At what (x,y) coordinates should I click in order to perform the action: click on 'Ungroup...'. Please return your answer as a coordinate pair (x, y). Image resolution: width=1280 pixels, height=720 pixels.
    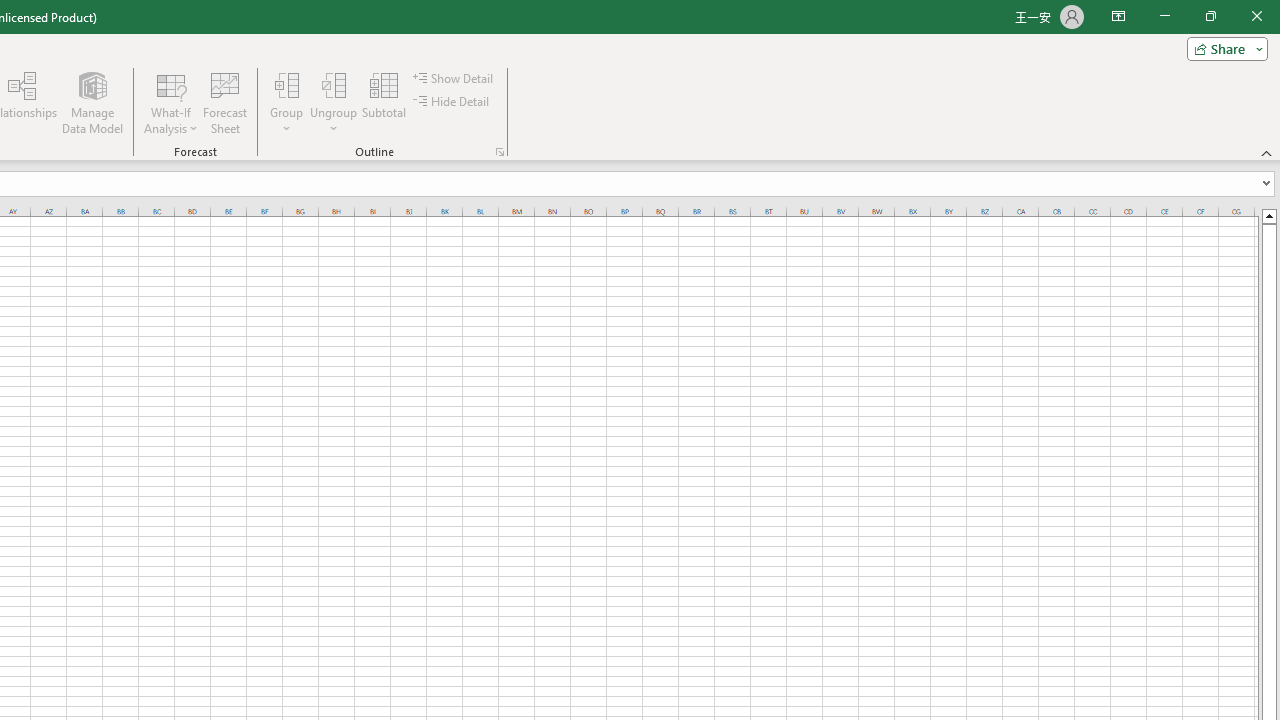
    Looking at the image, I should click on (334, 84).